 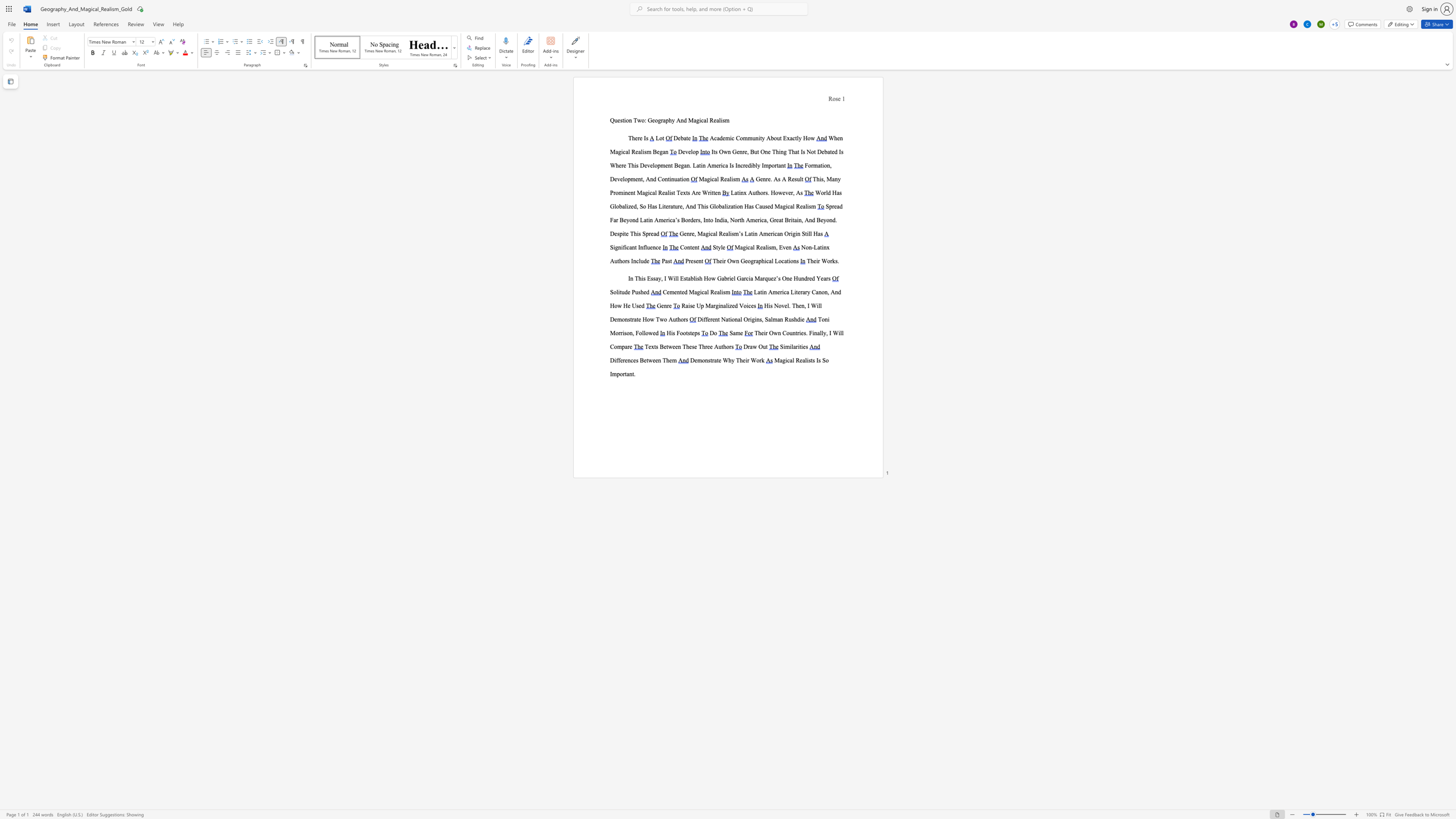 I want to click on the 6th character "i" in the text, so click(x=786, y=206).